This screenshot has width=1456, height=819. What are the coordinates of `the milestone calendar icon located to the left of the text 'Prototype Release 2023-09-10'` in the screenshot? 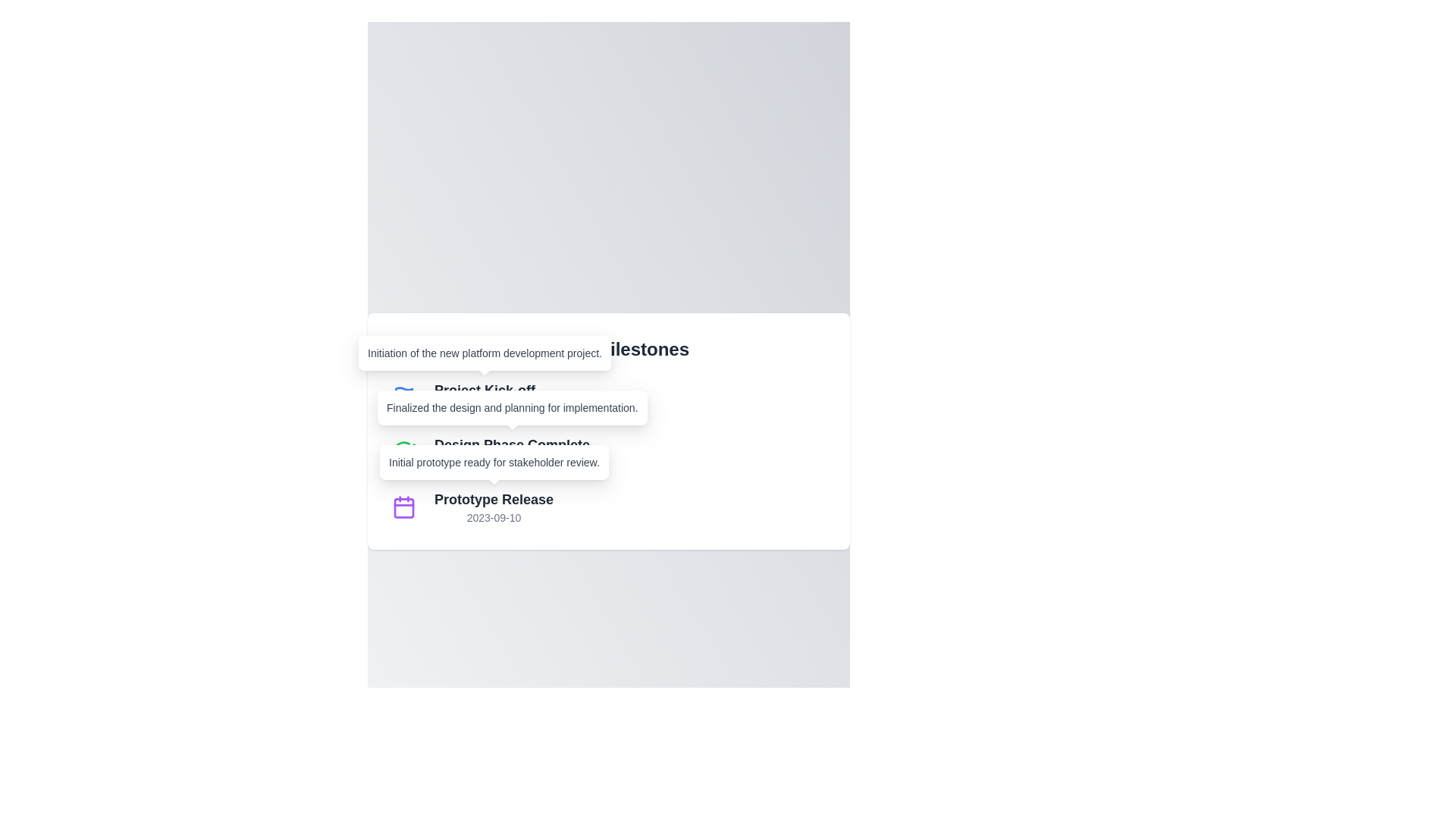 It's located at (403, 507).